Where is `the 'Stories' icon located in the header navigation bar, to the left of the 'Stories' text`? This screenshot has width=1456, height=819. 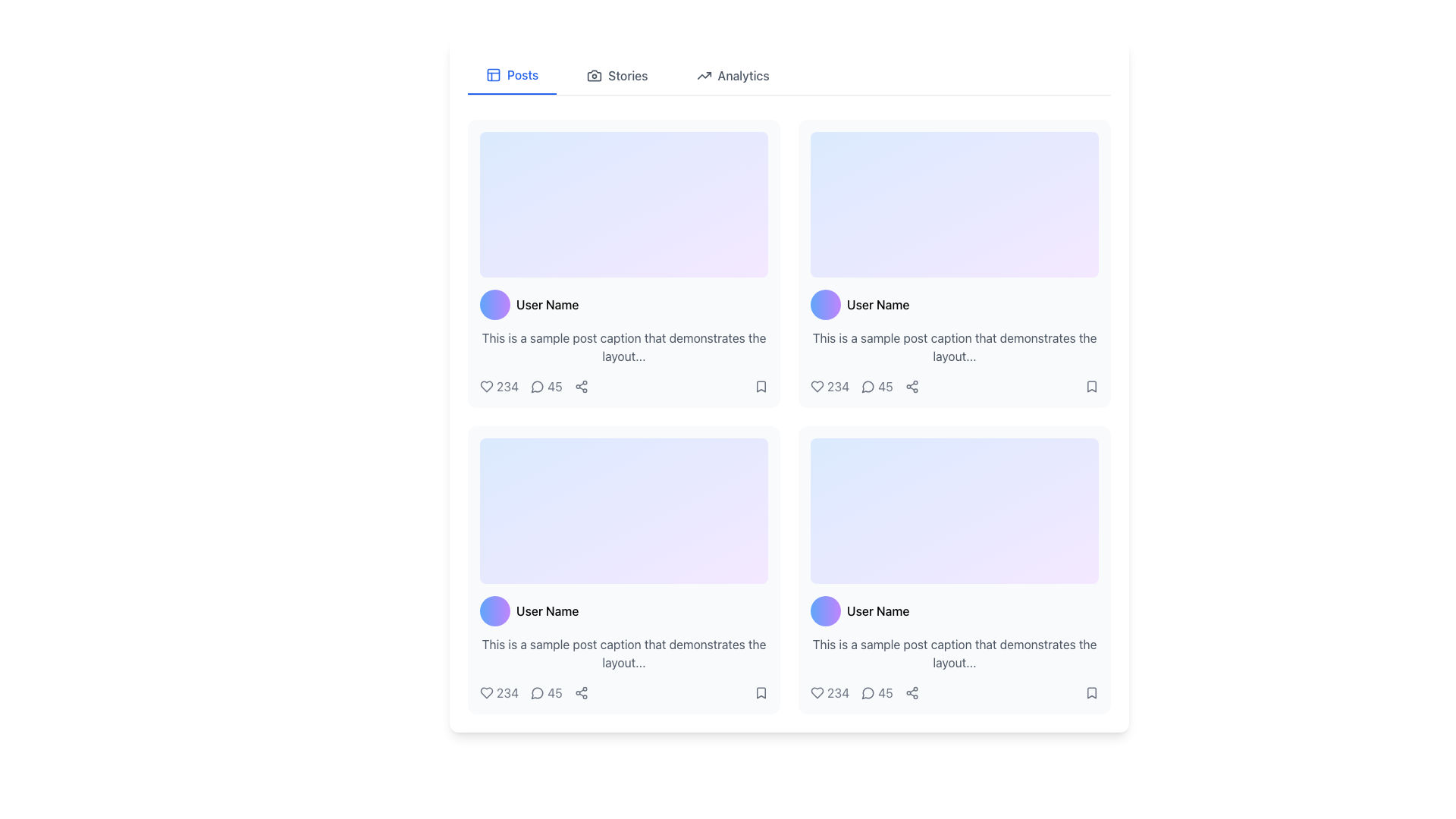 the 'Stories' icon located in the header navigation bar, to the left of the 'Stories' text is located at coordinates (594, 76).